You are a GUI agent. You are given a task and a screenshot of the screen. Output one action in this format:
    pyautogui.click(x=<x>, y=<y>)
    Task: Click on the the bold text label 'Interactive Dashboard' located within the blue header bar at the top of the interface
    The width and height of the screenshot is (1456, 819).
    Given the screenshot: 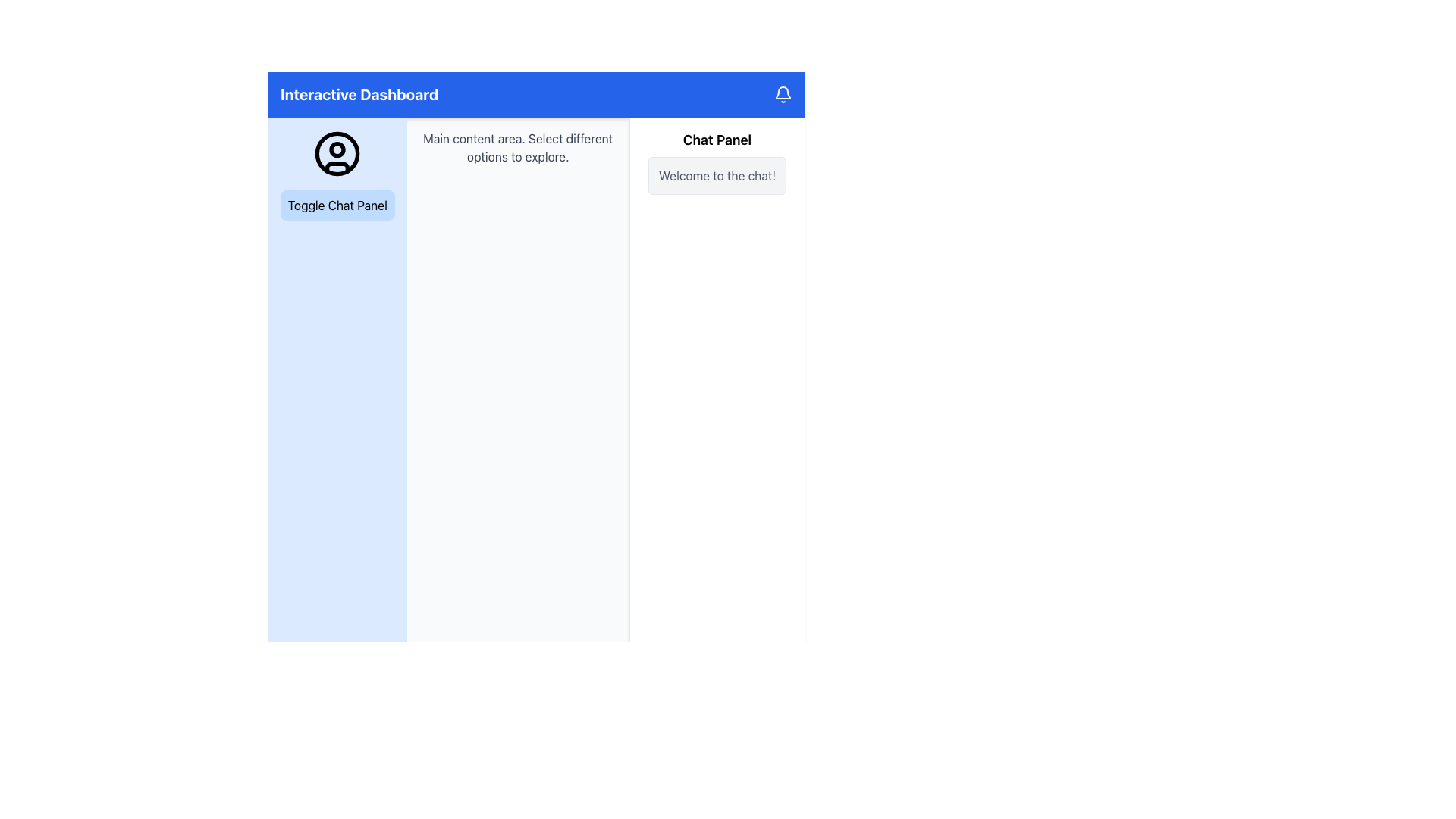 What is the action you would take?
    pyautogui.click(x=359, y=94)
    